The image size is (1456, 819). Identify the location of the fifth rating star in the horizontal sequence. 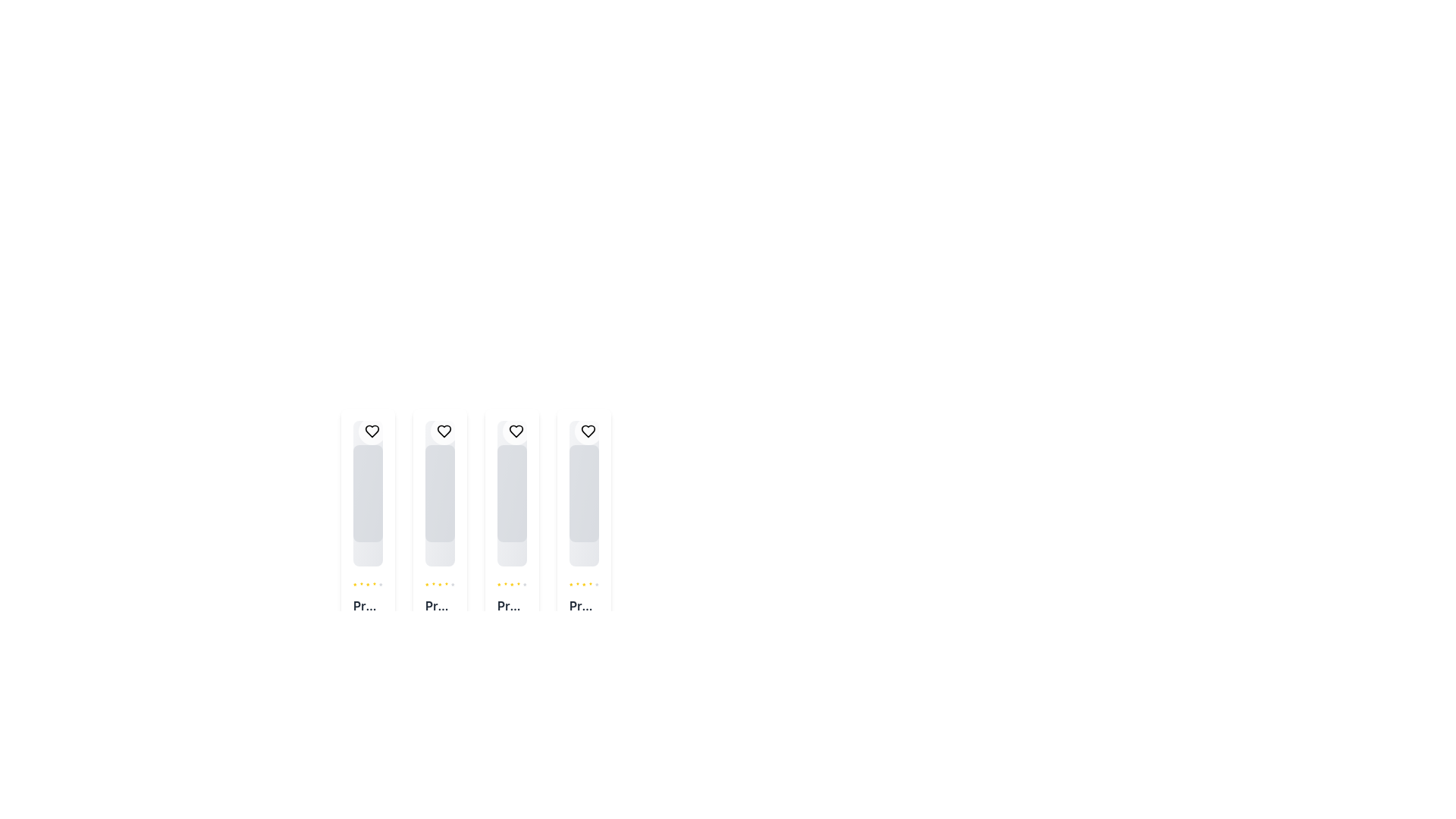
(596, 584).